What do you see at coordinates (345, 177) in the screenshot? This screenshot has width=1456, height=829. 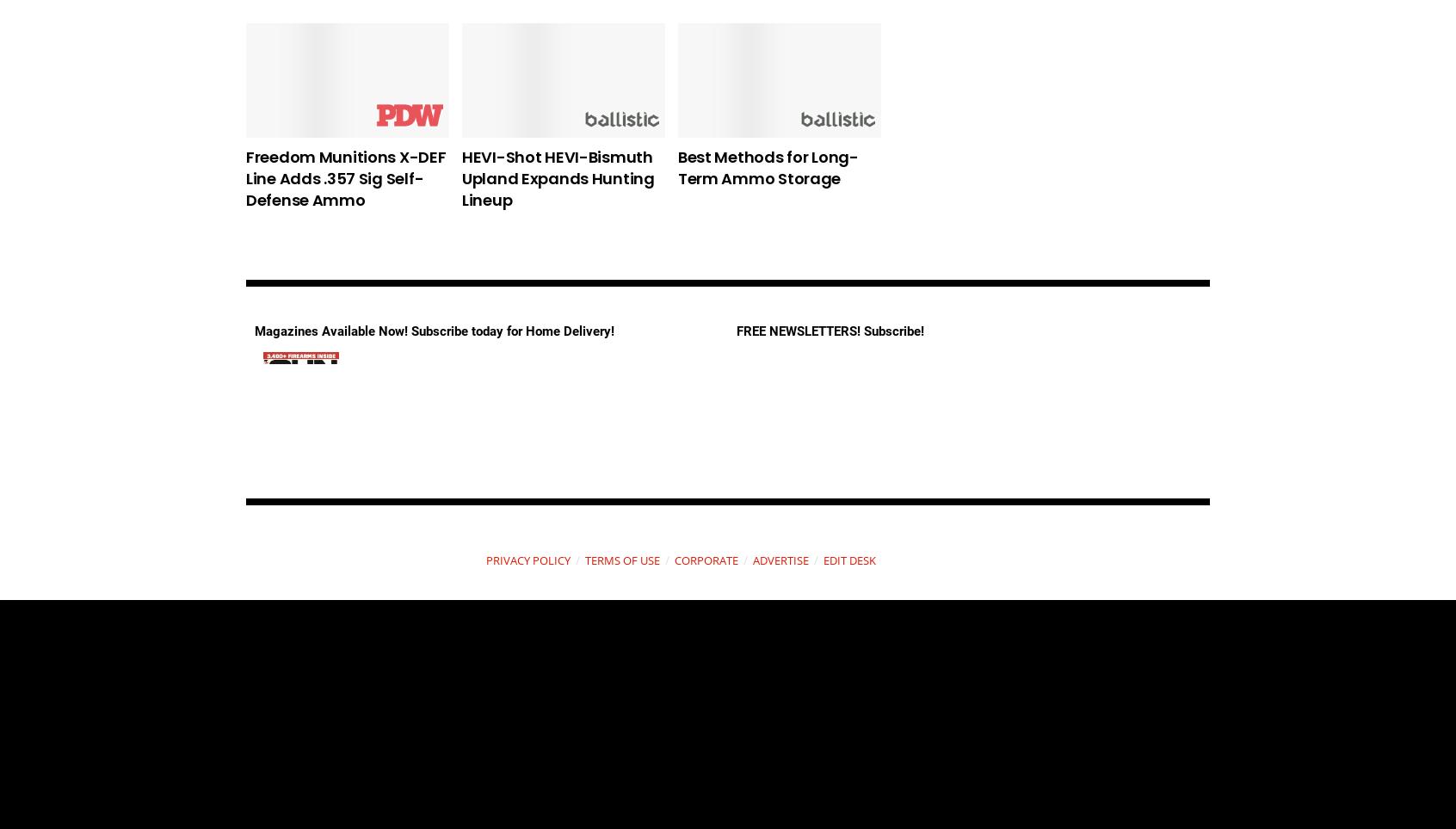 I see `'Freedom Munitions X-DEF Line Adds .357 Sig Self-Defense Ammo'` at bounding box center [345, 177].